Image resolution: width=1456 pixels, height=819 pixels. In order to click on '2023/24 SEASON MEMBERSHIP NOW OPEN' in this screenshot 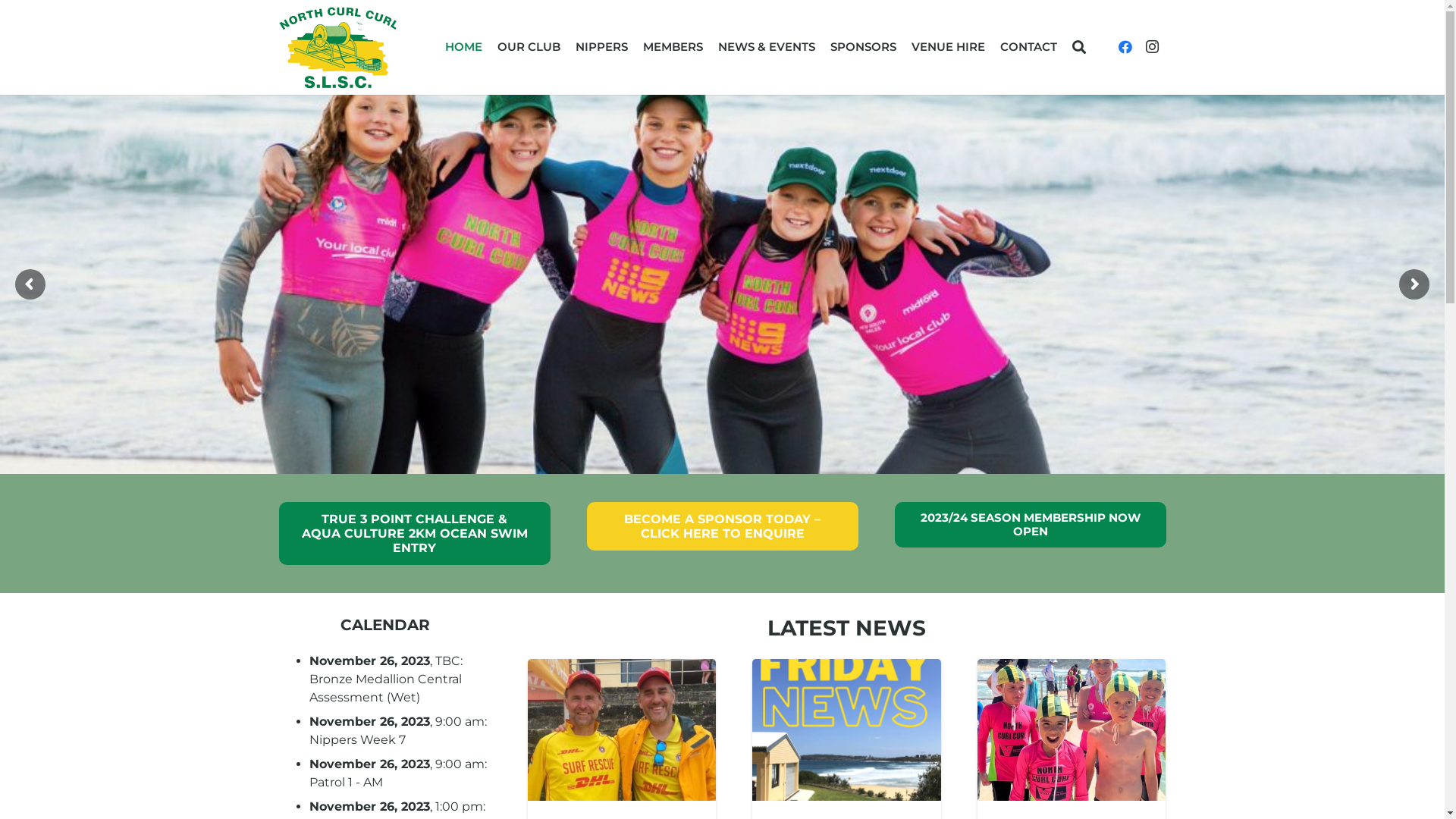, I will do `click(1030, 523)`.